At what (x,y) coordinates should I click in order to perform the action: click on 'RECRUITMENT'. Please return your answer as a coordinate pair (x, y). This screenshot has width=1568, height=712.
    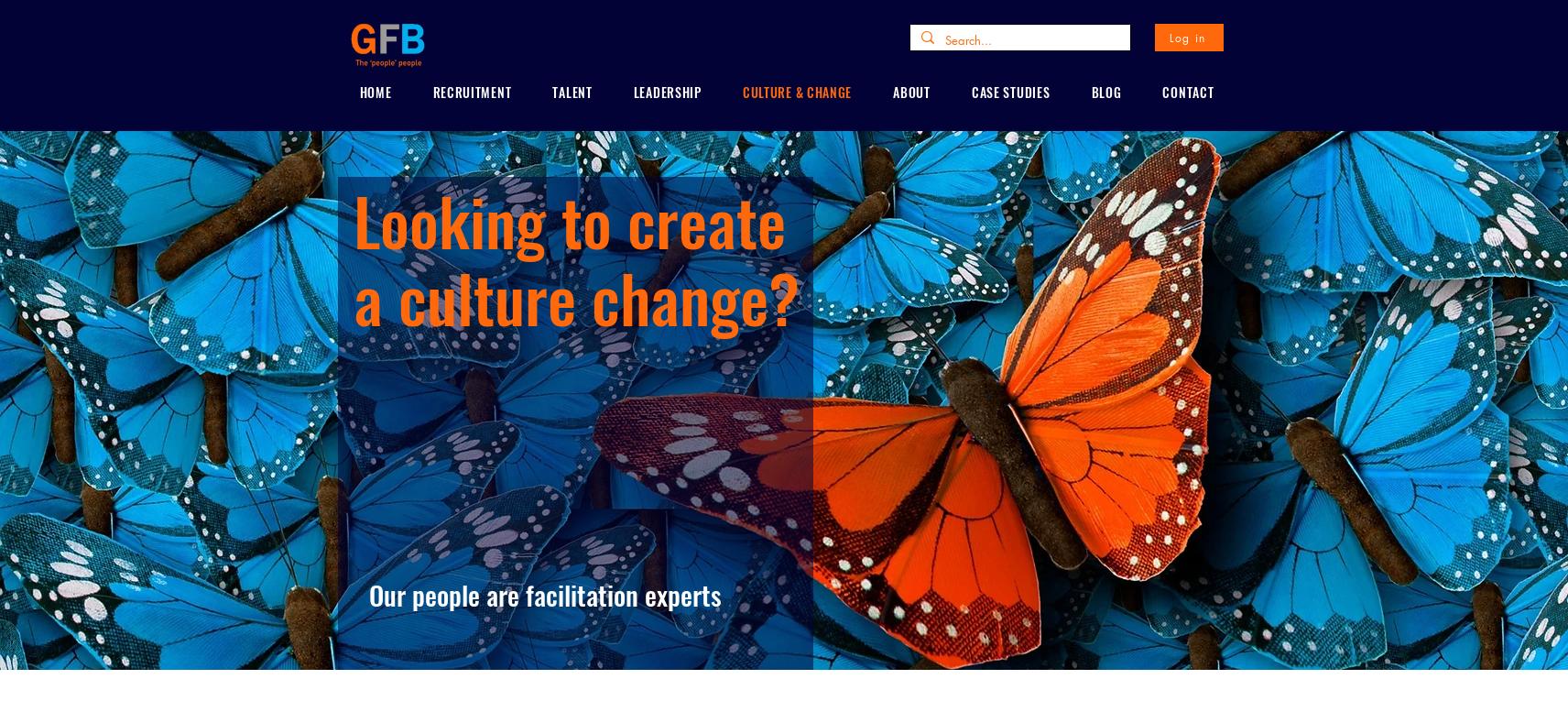
    Looking at the image, I should click on (470, 91).